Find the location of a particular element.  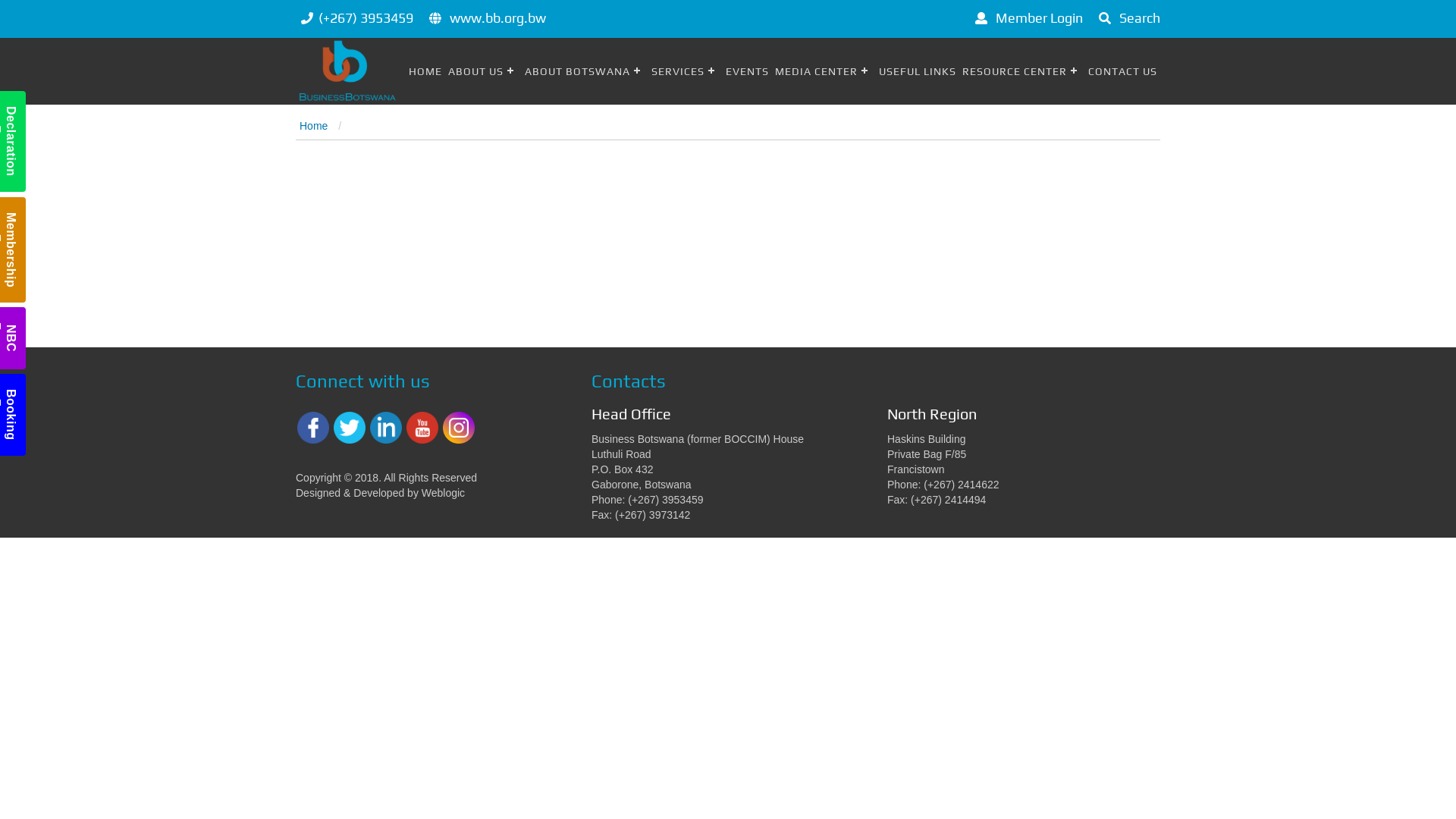

'ABOUT BOTSWANA' is located at coordinates (584, 71).